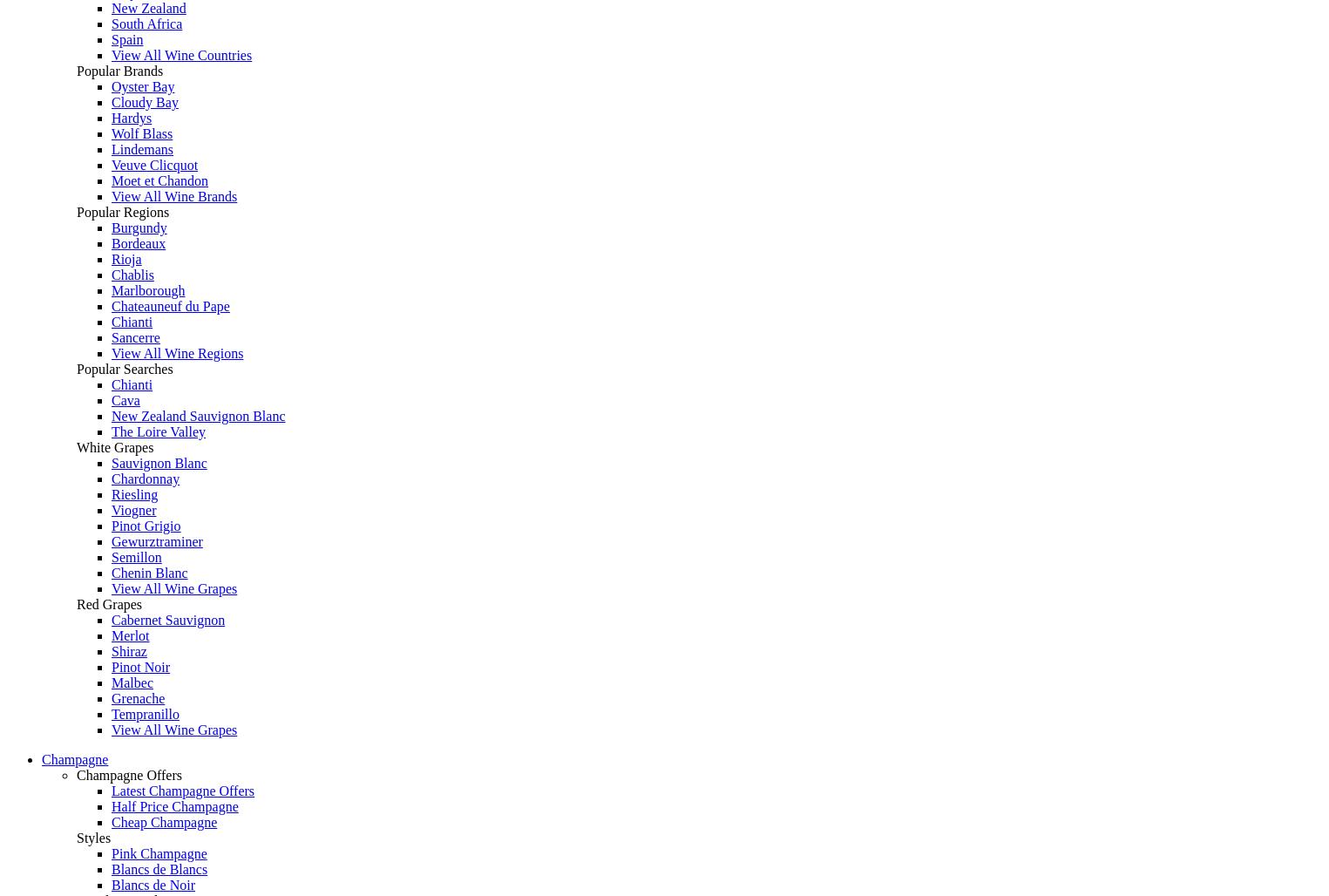 The image size is (1329, 896). What do you see at coordinates (177, 353) in the screenshot?
I see `'View All Wine Regions'` at bounding box center [177, 353].